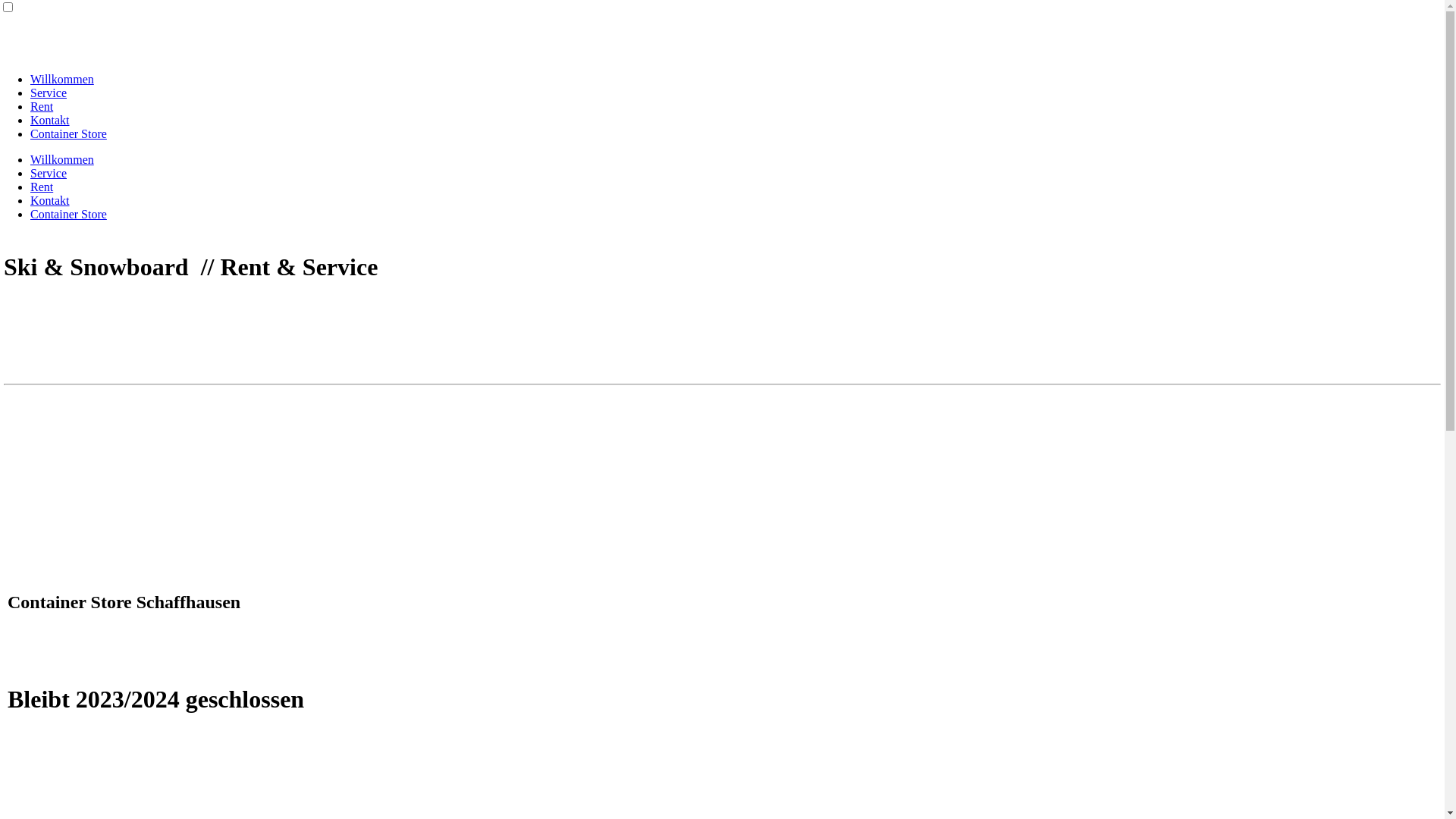 The height and width of the screenshot is (819, 1456). I want to click on 'Kontakt', so click(50, 199).